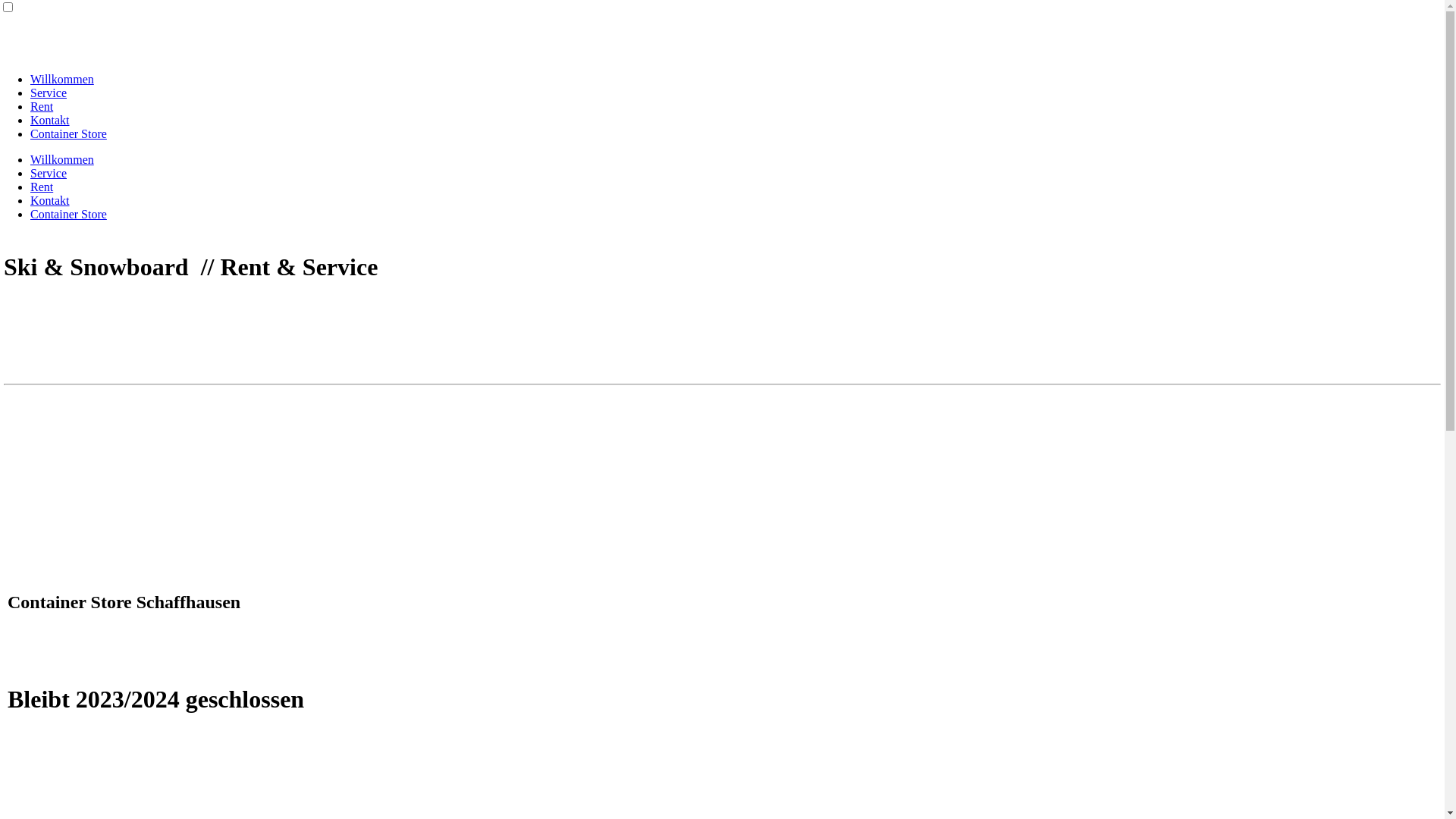 The height and width of the screenshot is (819, 1456). I want to click on 'Kontakt', so click(50, 199).